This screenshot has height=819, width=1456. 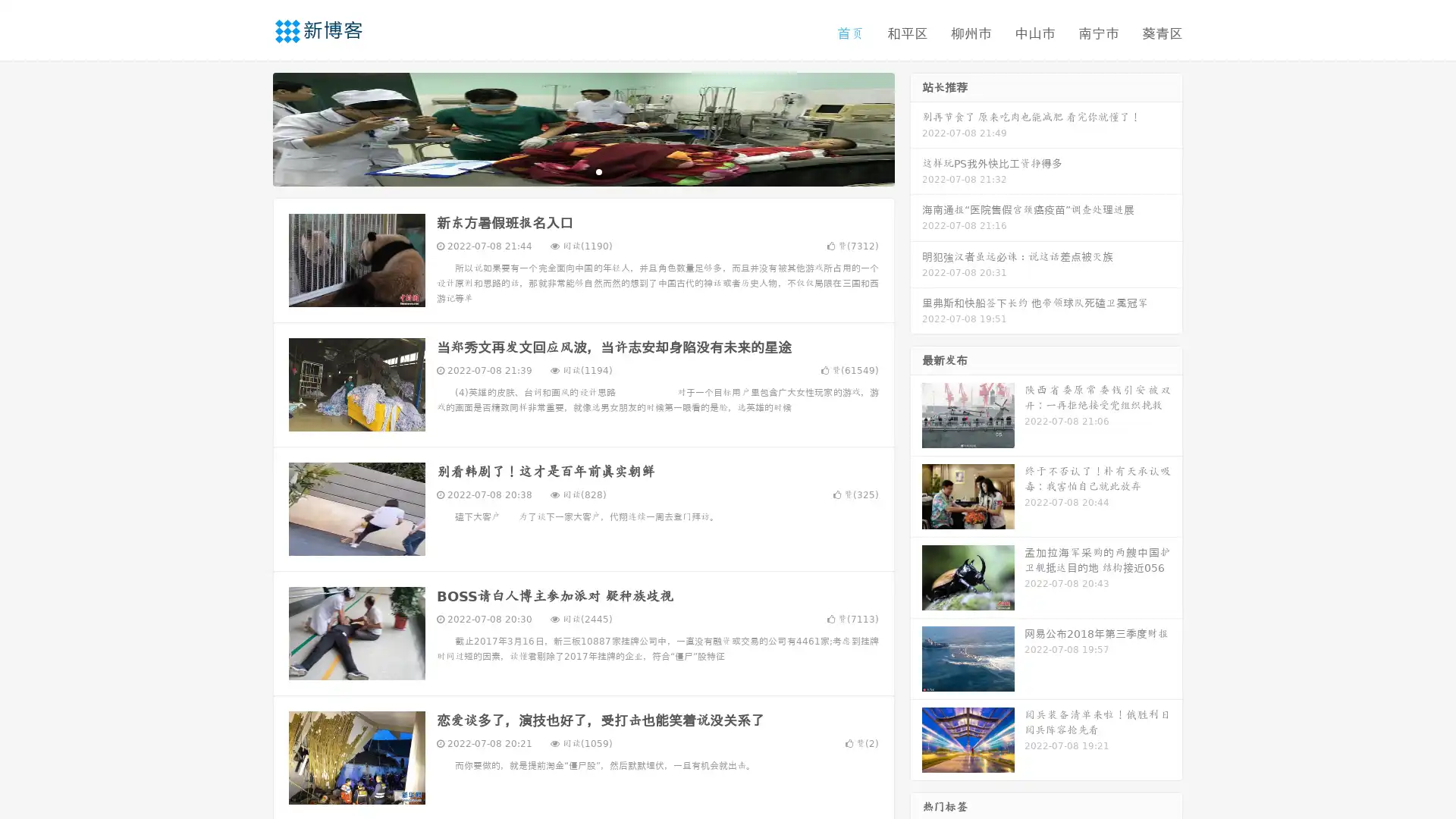 I want to click on Go to slide 2, so click(x=582, y=171).